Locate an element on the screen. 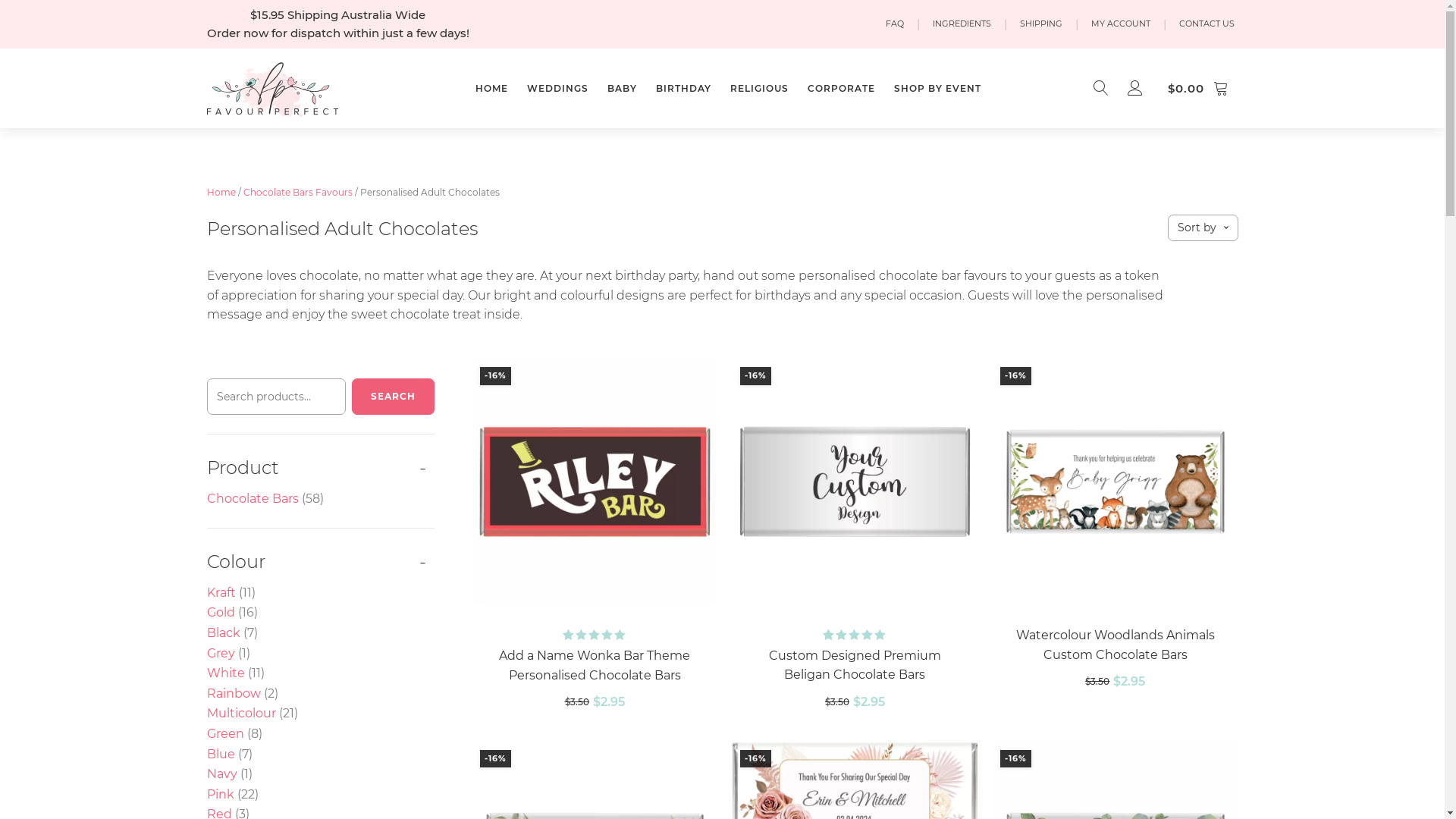 This screenshot has height=819, width=1456. 'FAQ' is located at coordinates (894, 24).